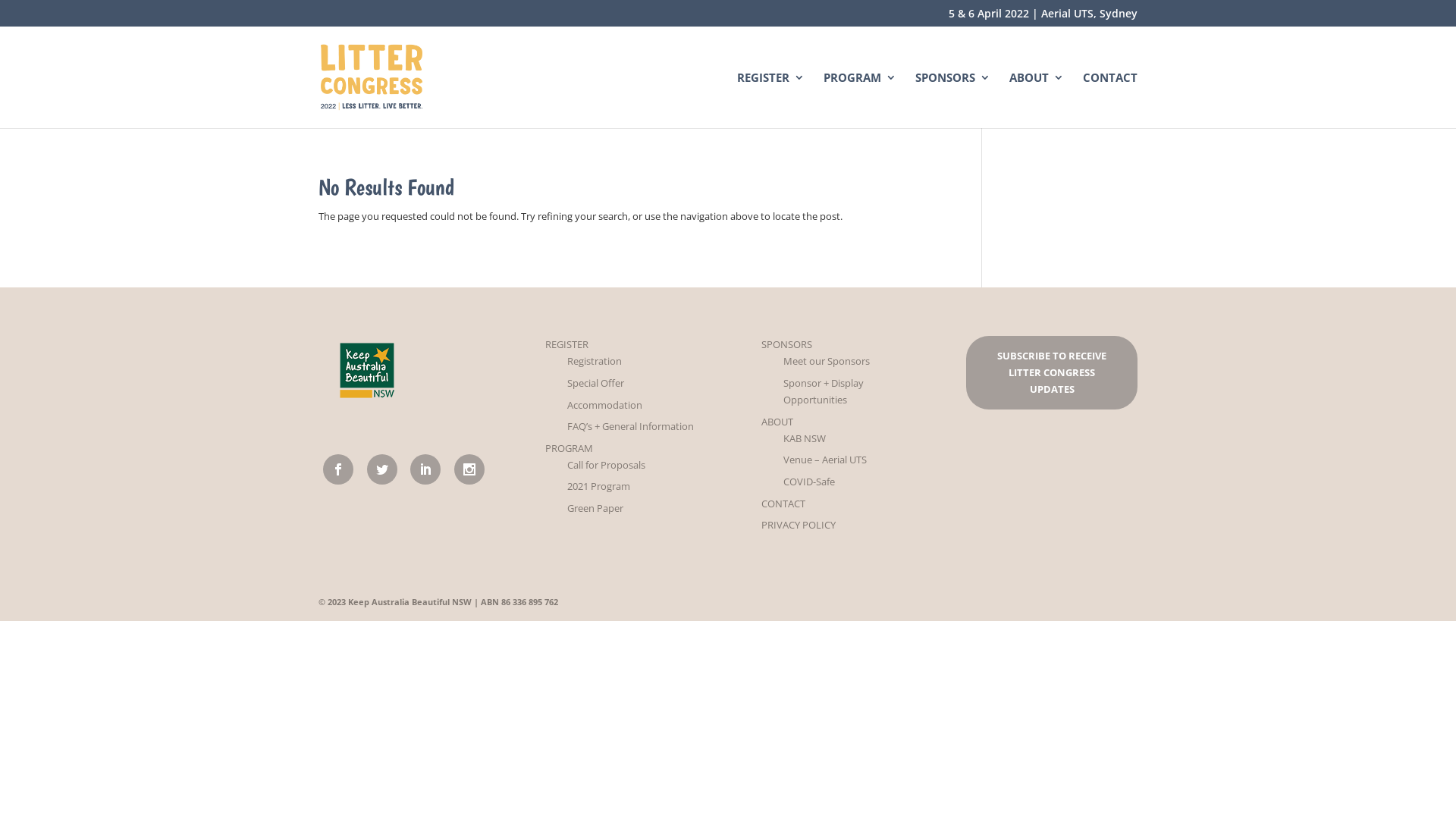 The height and width of the screenshot is (819, 1456). I want to click on 'SPONSORS', so click(786, 344).